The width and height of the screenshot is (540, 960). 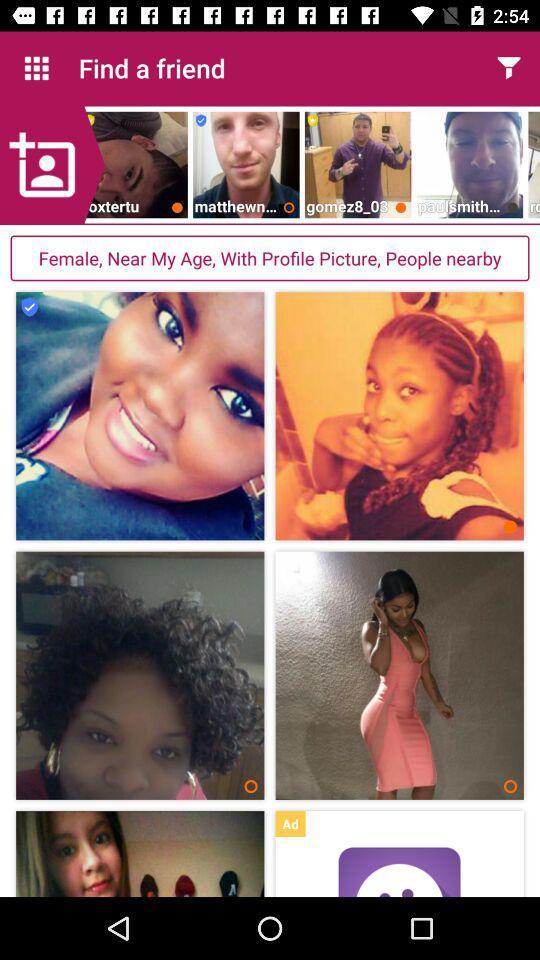 What do you see at coordinates (534, 164) in the screenshot?
I see `the last image below find a friend` at bounding box center [534, 164].